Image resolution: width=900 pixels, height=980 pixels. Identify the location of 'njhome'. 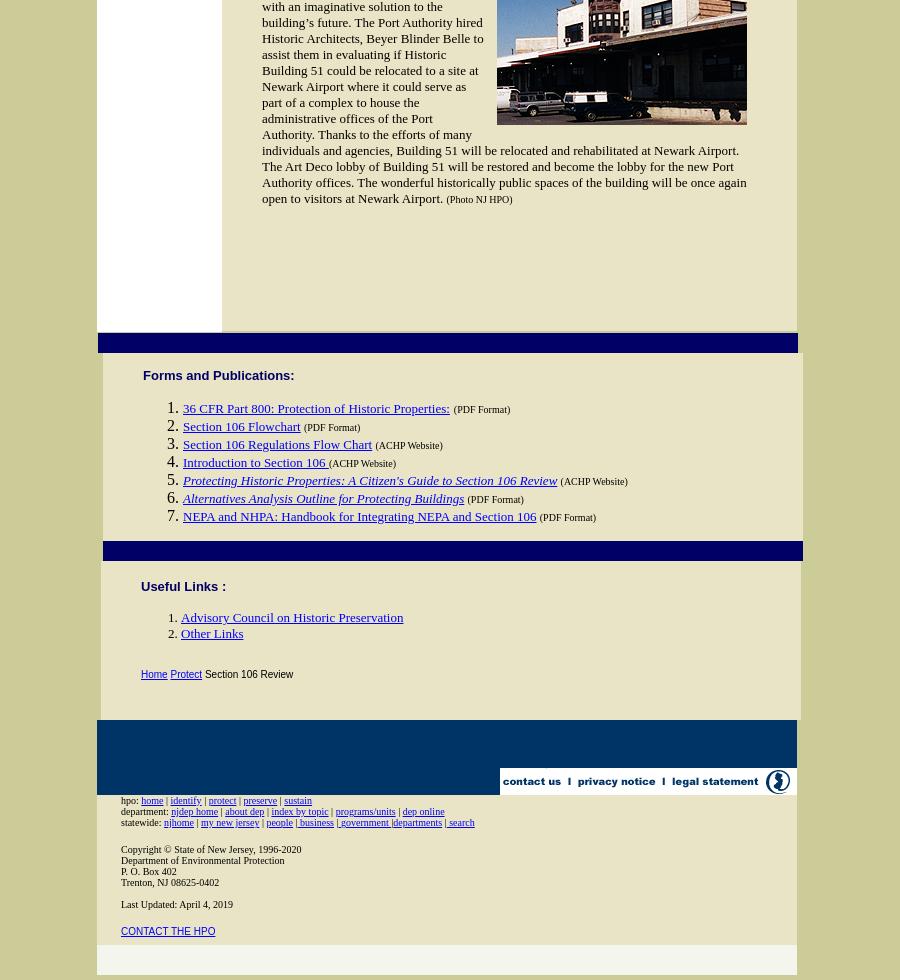
(163, 822).